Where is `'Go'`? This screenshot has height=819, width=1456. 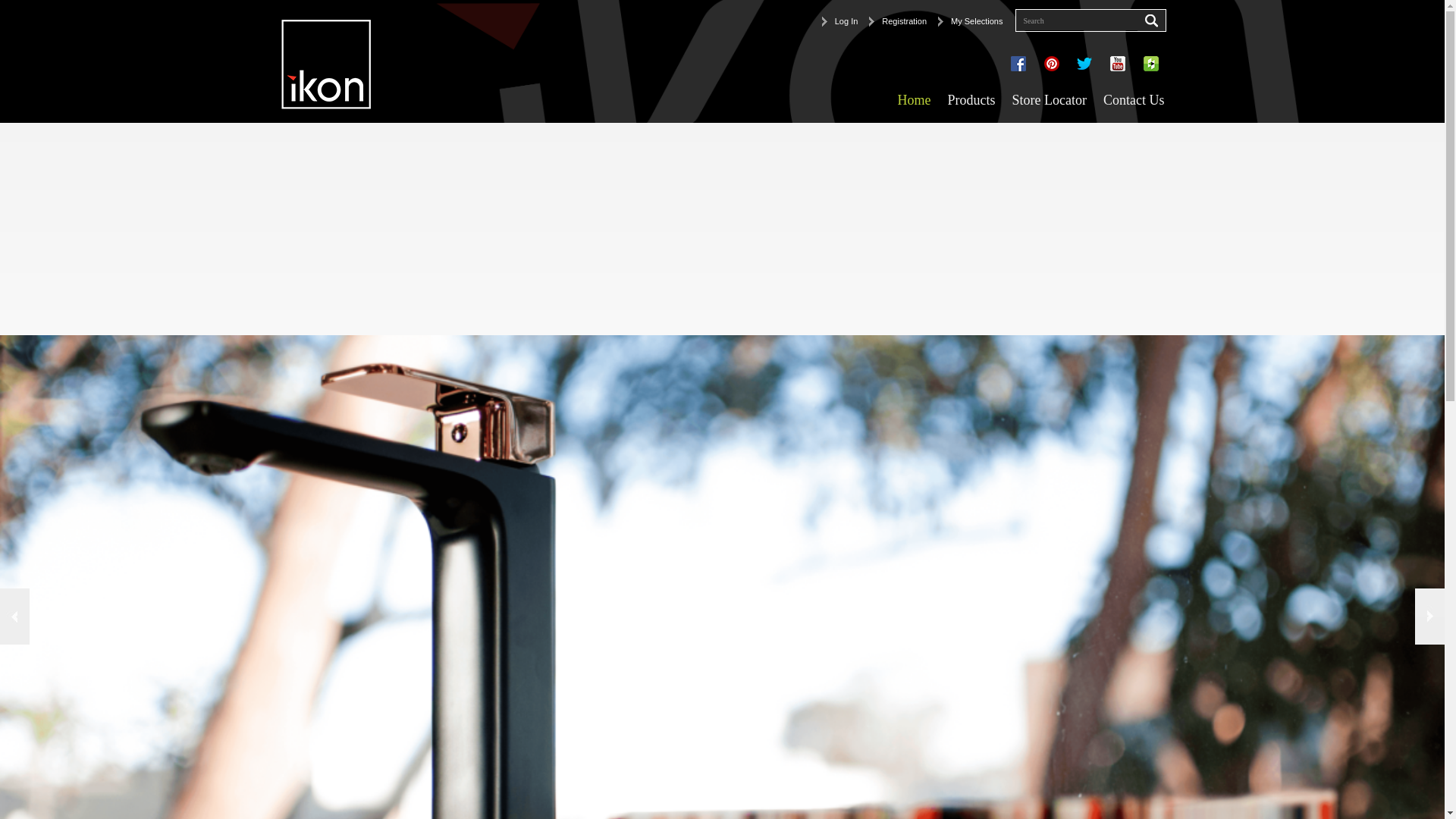
'Go' is located at coordinates (1137, 20).